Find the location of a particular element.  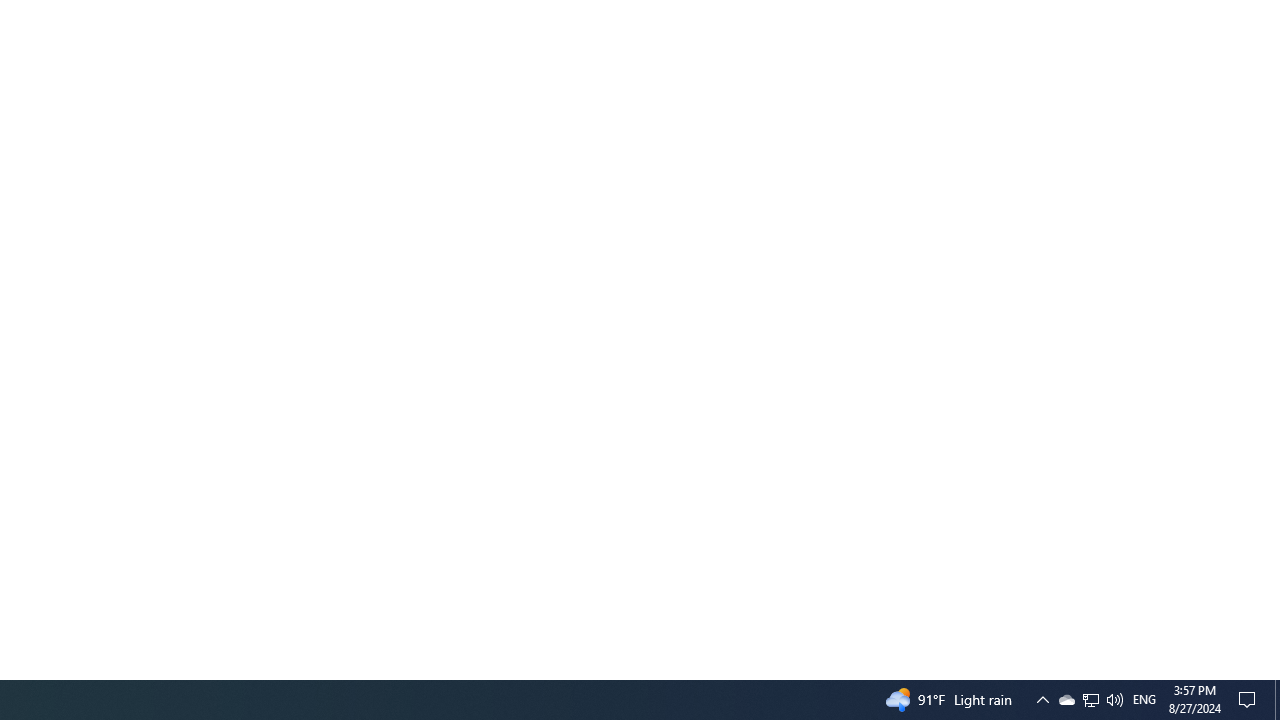

'User Promoted Notification Area' is located at coordinates (1113, 698).